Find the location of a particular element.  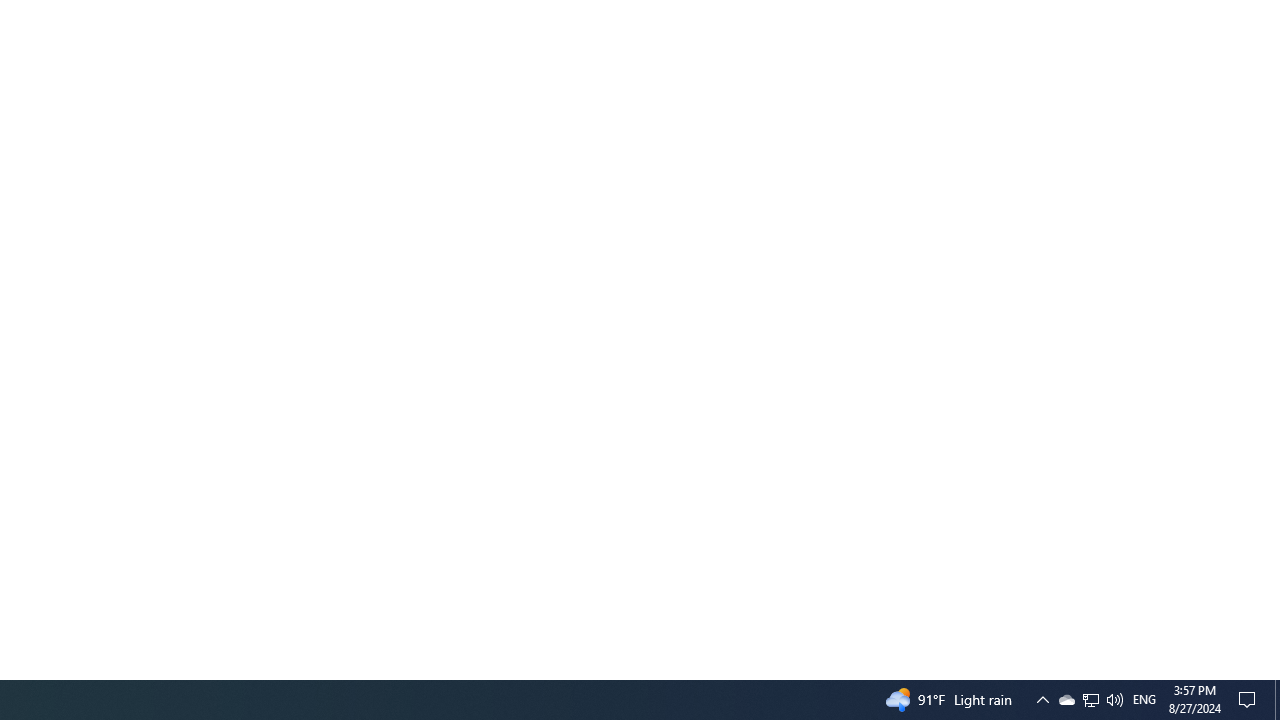

'User Promoted Notification Area' is located at coordinates (1113, 698).